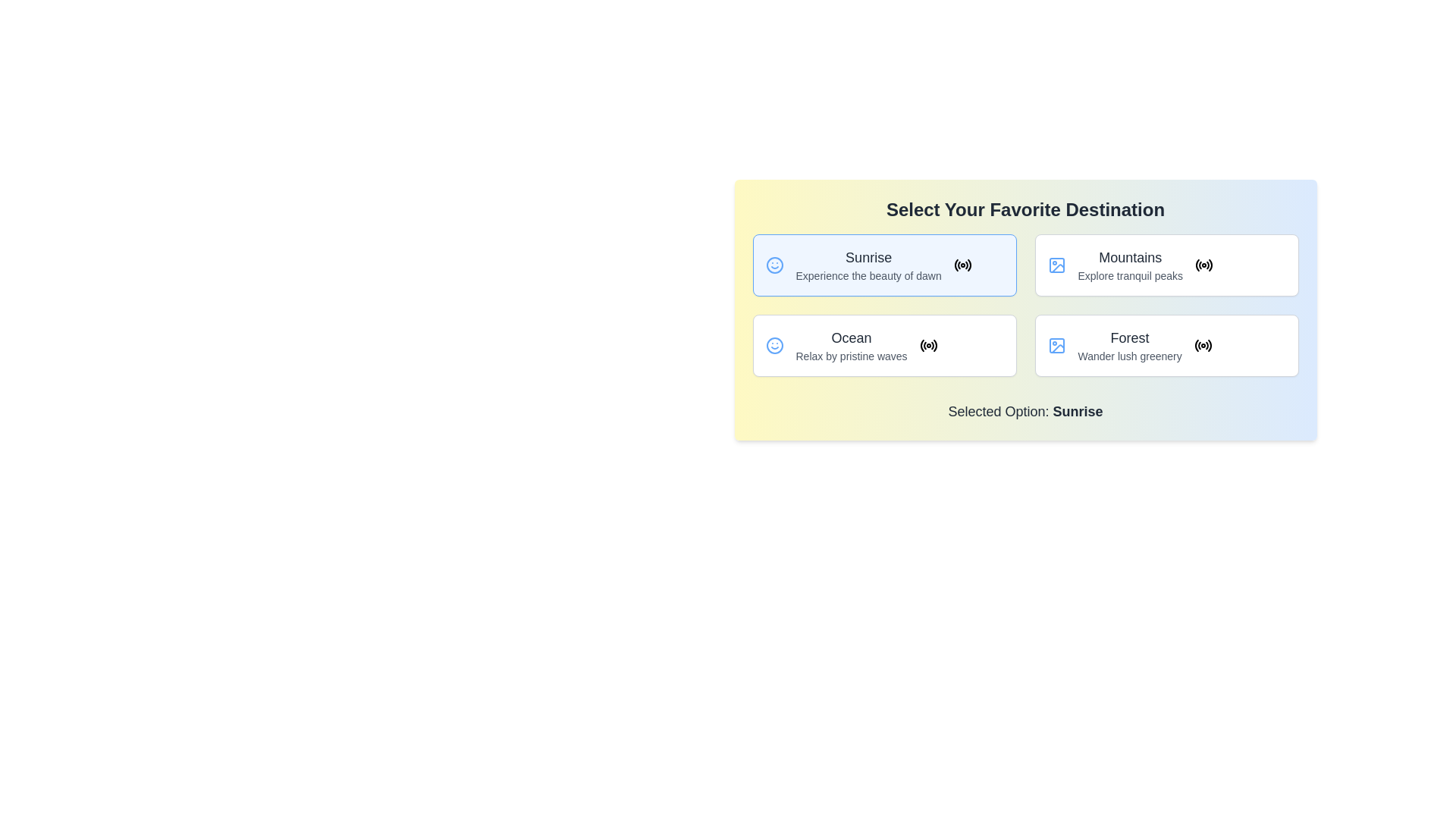  What do you see at coordinates (1130, 256) in the screenshot?
I see `the text label 'Mountains' which is styled as a title in bold dark gray, located in the top row of the right-hand box among four selectable options` at bounding box center [1130, 256].